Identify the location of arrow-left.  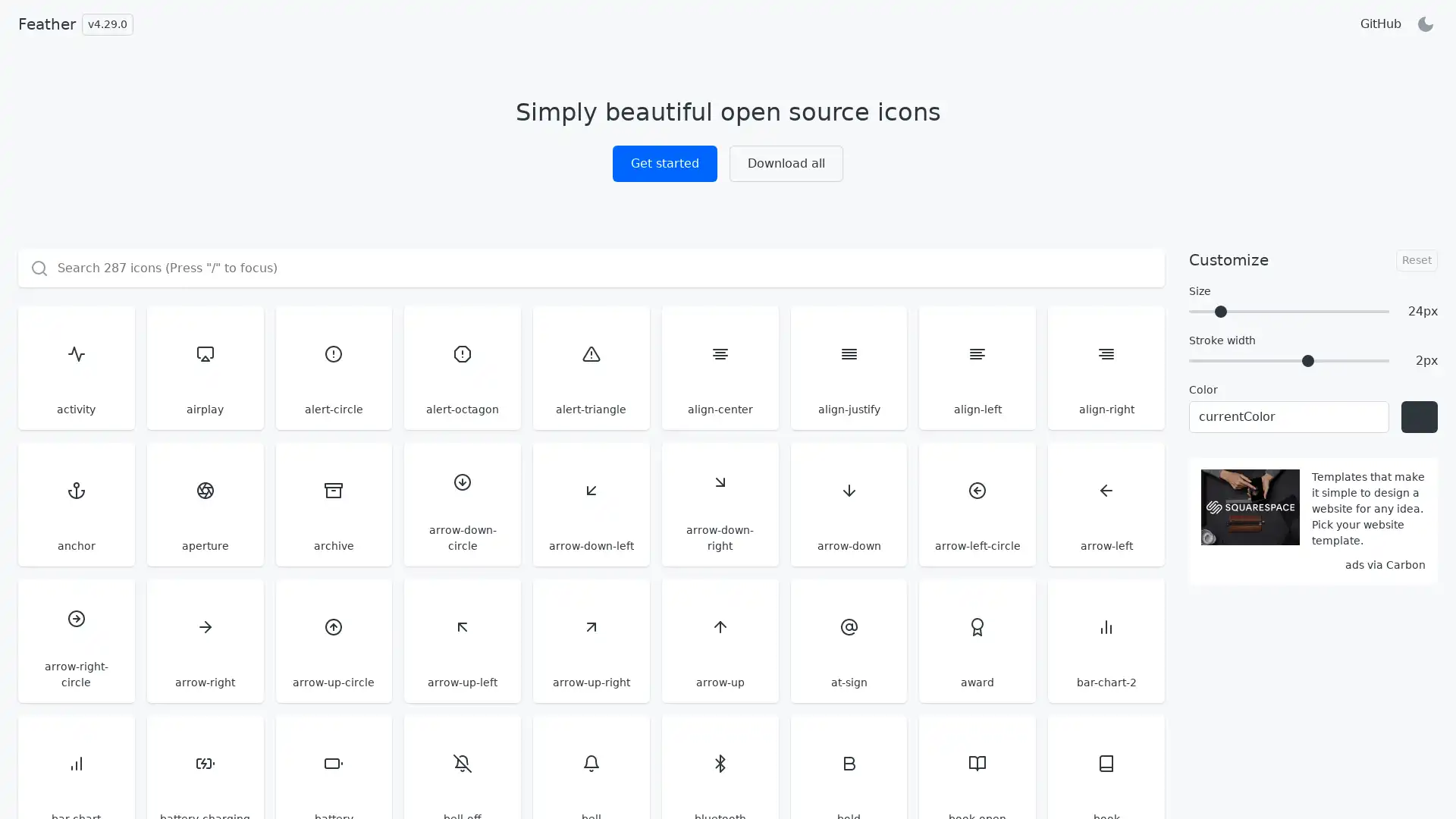
(1106, 504).